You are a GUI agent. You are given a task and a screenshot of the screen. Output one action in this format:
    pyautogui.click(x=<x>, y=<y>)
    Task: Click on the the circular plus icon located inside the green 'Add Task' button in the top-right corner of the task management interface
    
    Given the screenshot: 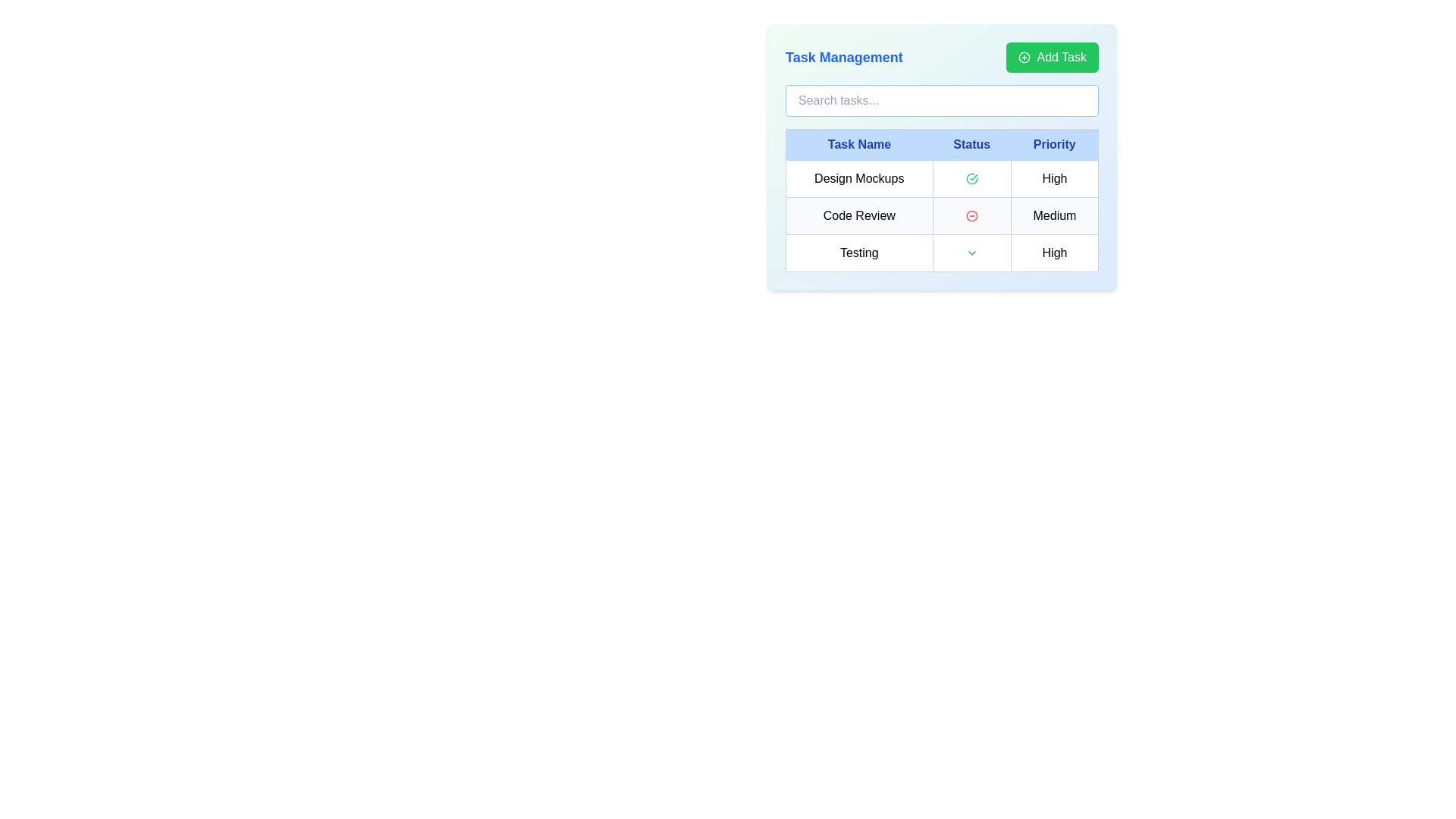 What is the action you would take?
    pyautogui.click(x=1025, y=57)
    